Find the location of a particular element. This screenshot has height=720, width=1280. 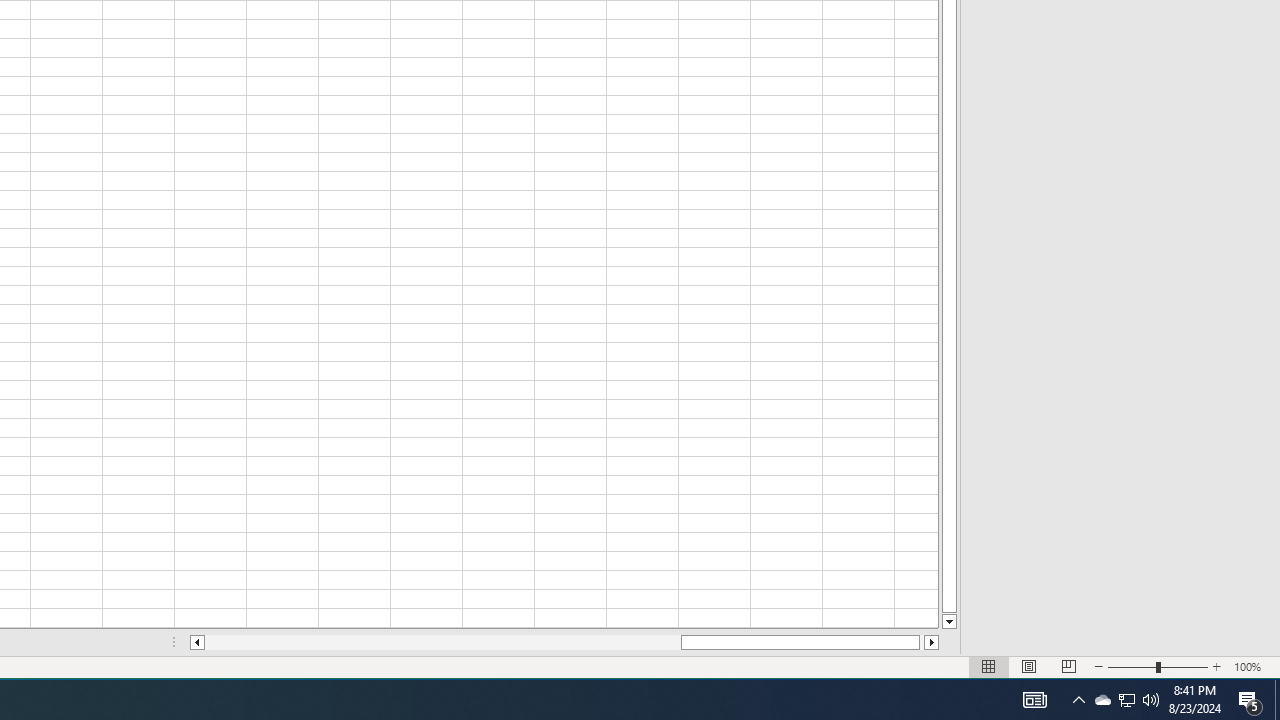

'AutomationID: 4105' is located at coordinates (1034, 698).